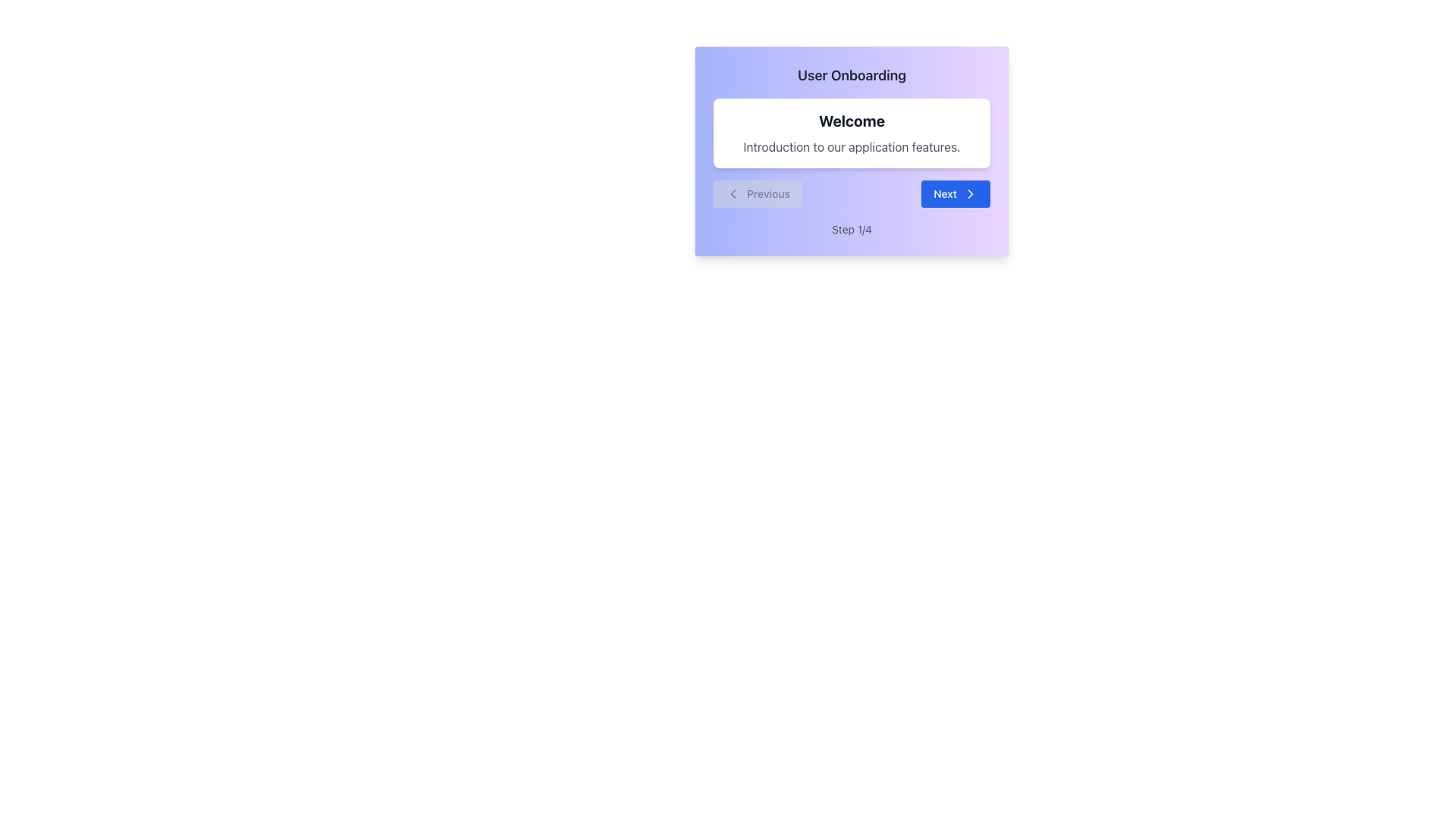 This screenshot has width=1456, height=819. What do you see at coordinates (852, 133) in the screenshot?
I see `the informational text box that contains bold black text reading 'Welcome' and smaller gray text saying 'Introduction to our application features.'` at bounding box center [852, 133].